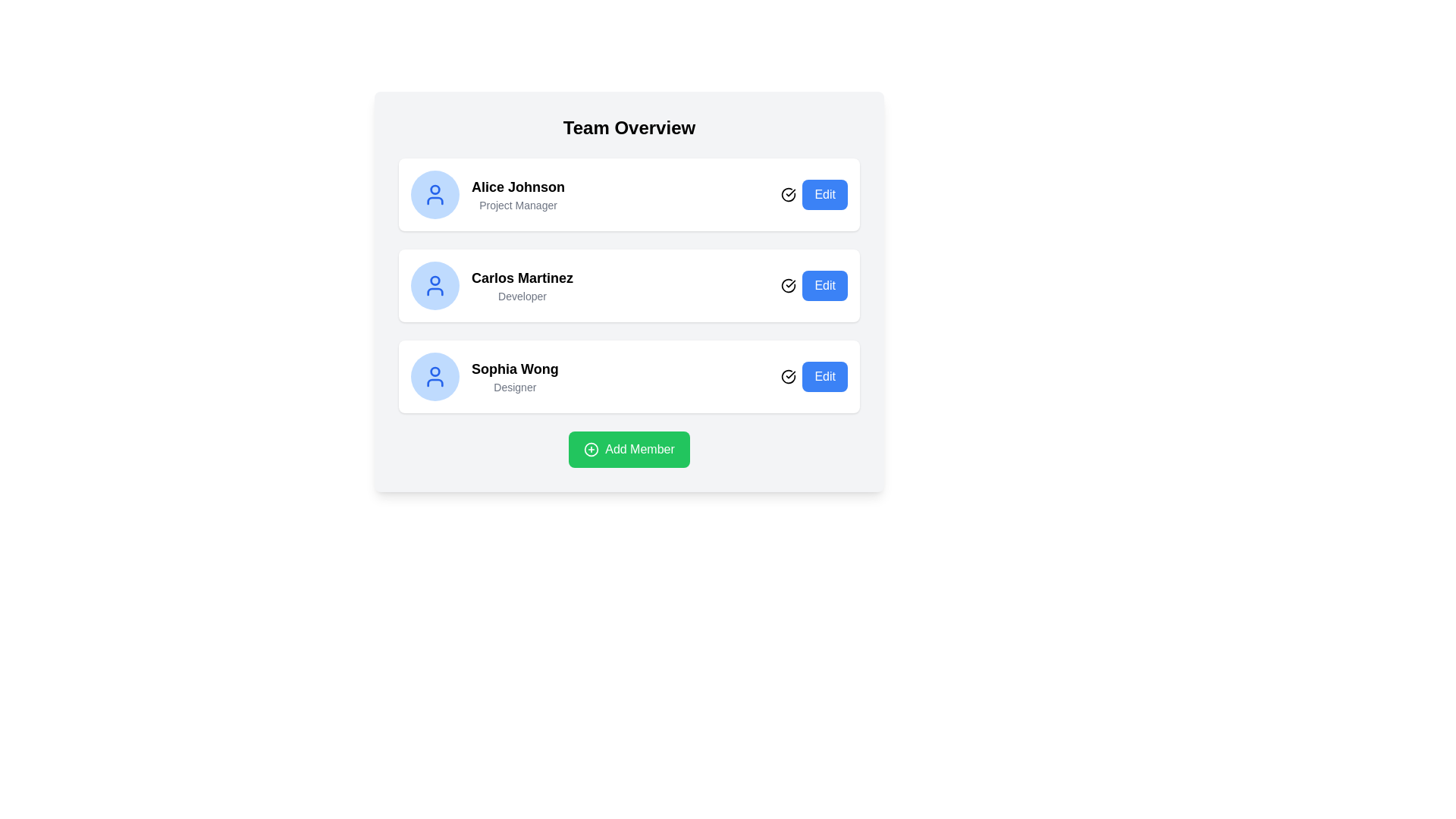 The height and width of the screenshot is (819, 1456). What do you see at coordinates (435, 194) in the screenshot?
I see `the user icon representing 'Alice Johnson, Project Manager' within the first card's circular background` at bounding box center [435, 194].